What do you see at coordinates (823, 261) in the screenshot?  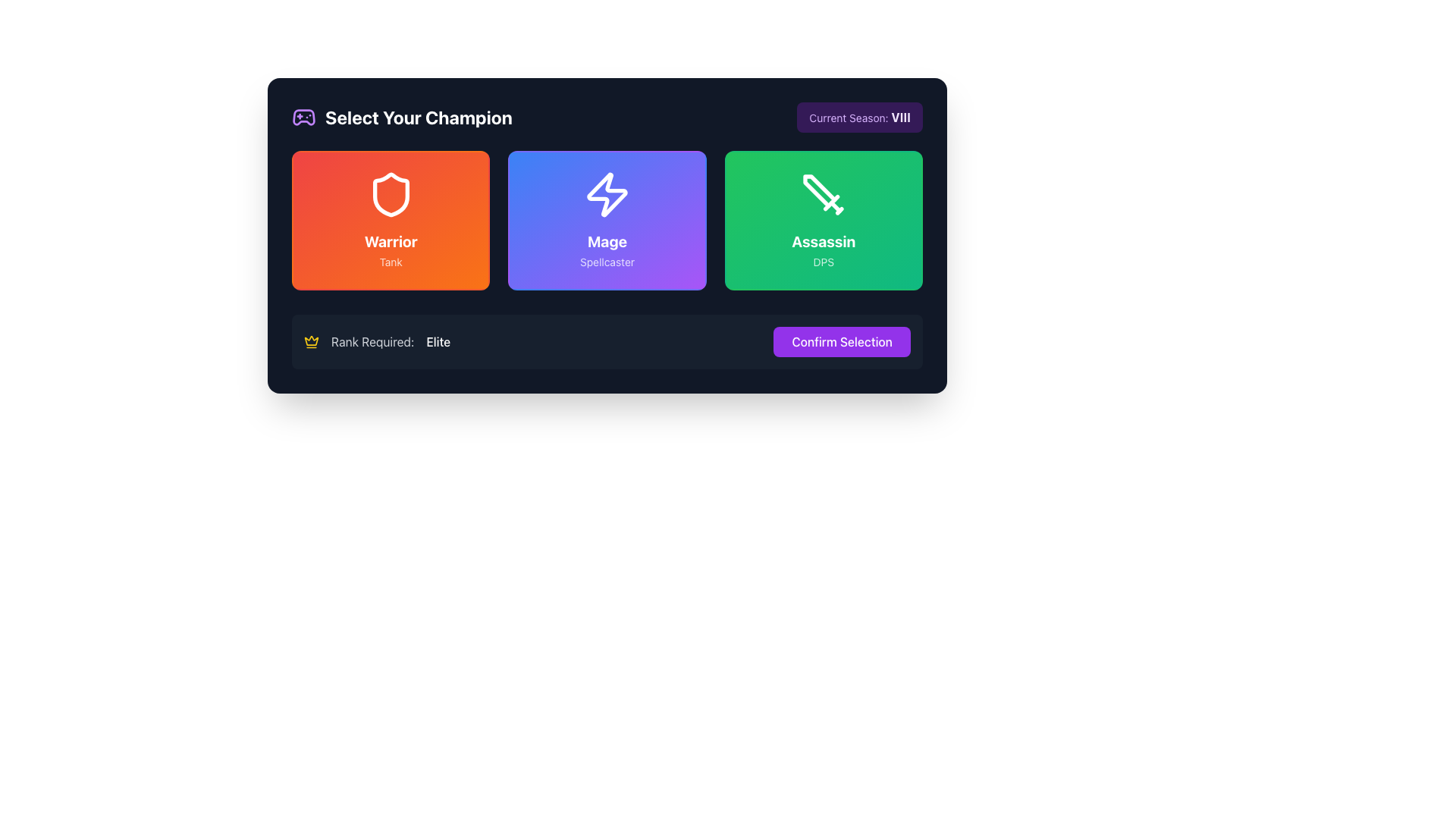 I see `the text label displaying 'DPS' in light white color on a dark green background, located within the 'Assassin' card` at bounding box center [823, 261].